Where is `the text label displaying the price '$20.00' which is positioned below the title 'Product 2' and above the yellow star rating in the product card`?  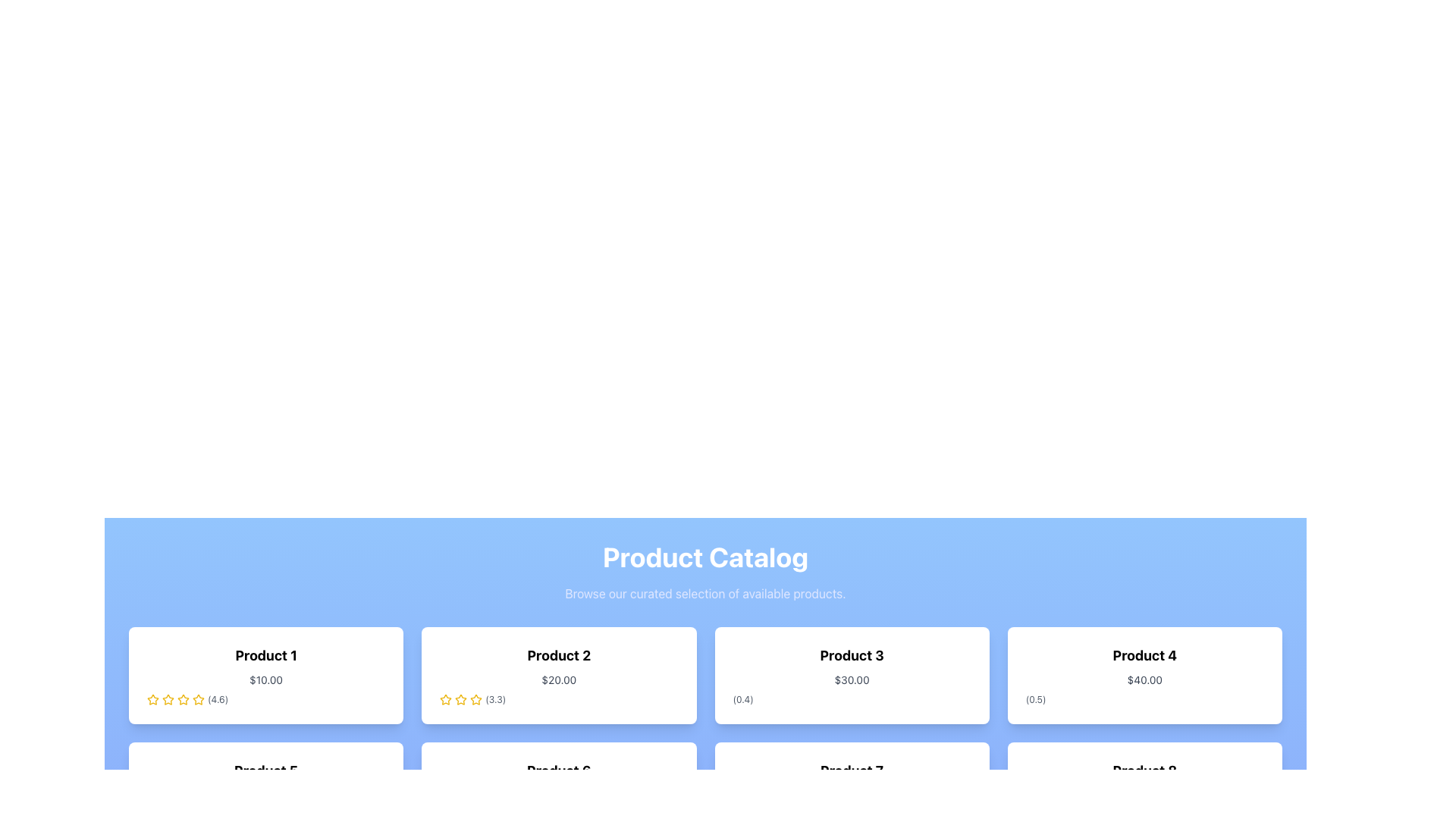
the text label displaying the price '$20.00' which is positioned below the title 'Product 2' and above the yellow star rating in the product card is located at coordinates (558, 679).